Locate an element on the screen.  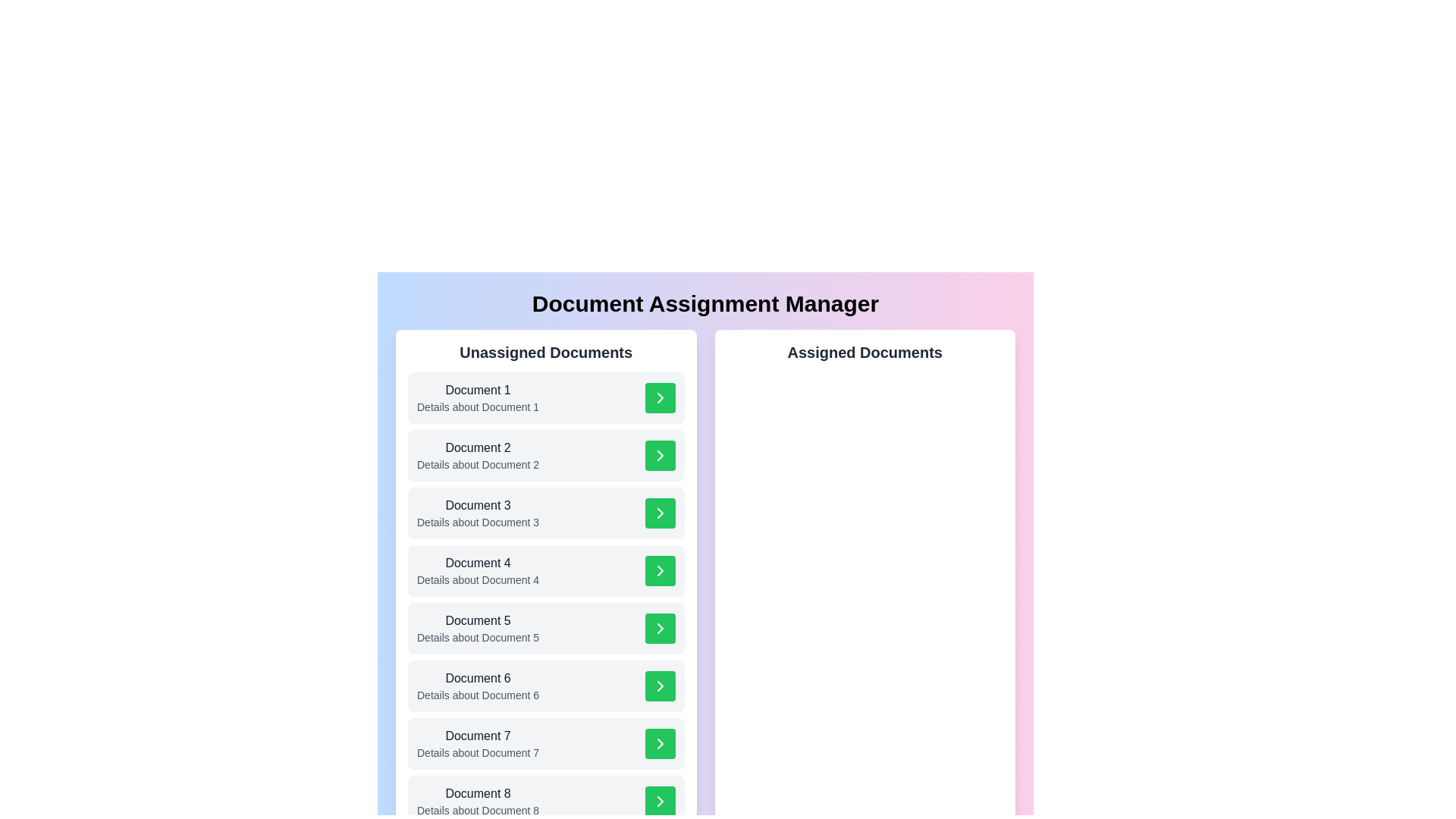
the button located to the far right of the 'Document 3' list item in the 'Unassigned Documents' section is located at coordinates (660, 513).